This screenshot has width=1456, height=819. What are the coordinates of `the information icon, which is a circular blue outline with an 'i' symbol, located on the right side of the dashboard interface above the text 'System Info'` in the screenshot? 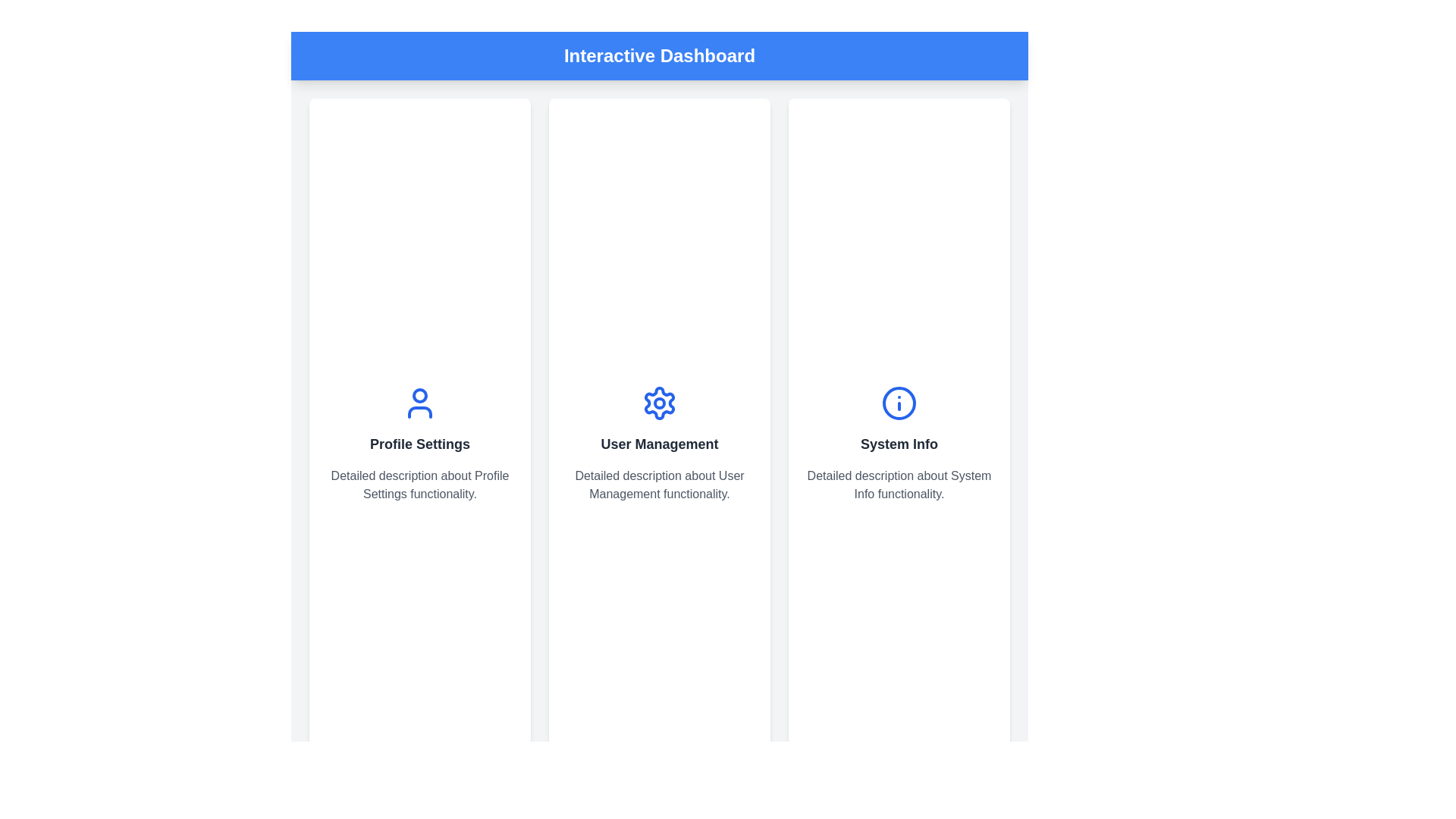 It's located at (899, 403).